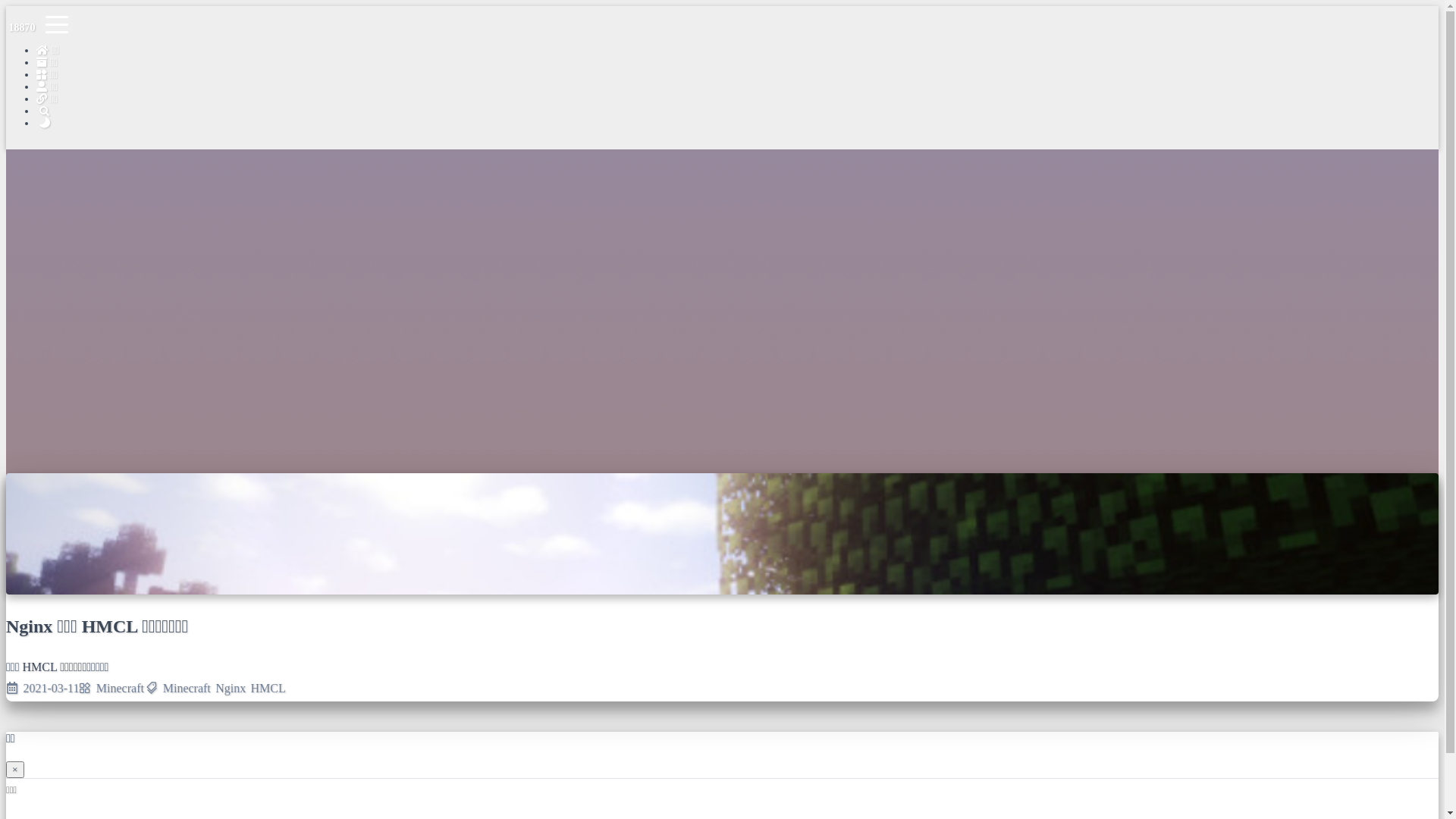 The height and width of the screenshot is (819, 1456). Describe the element at coordinates (21, 27) in the screenshot. I see `' 18870 '` at that location.